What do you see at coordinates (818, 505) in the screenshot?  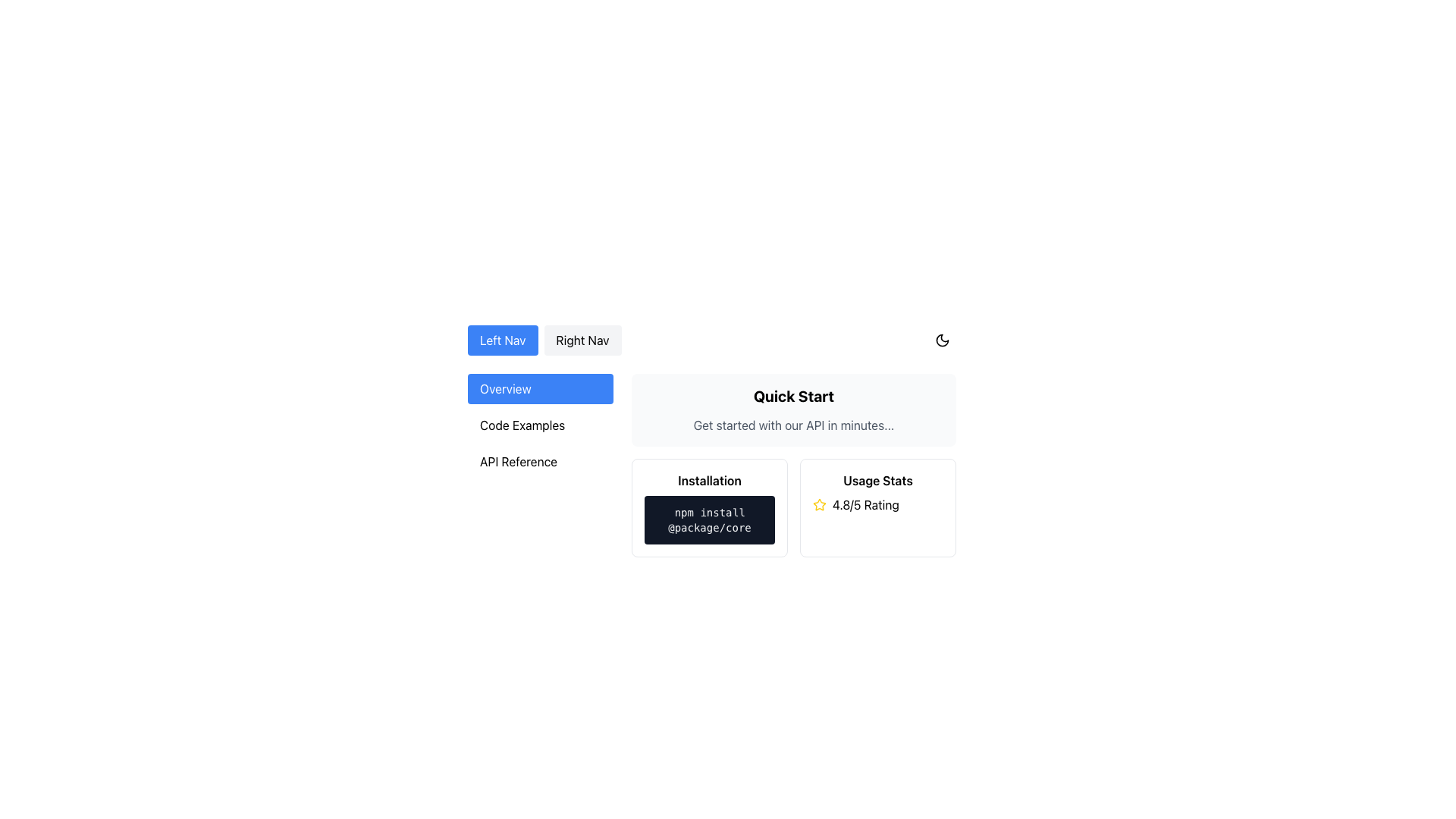 I see `the yellow star-shaped icon that represents a rating, located to the left of the '4.8/5 Rating' text` at bounding box center [818, 505].